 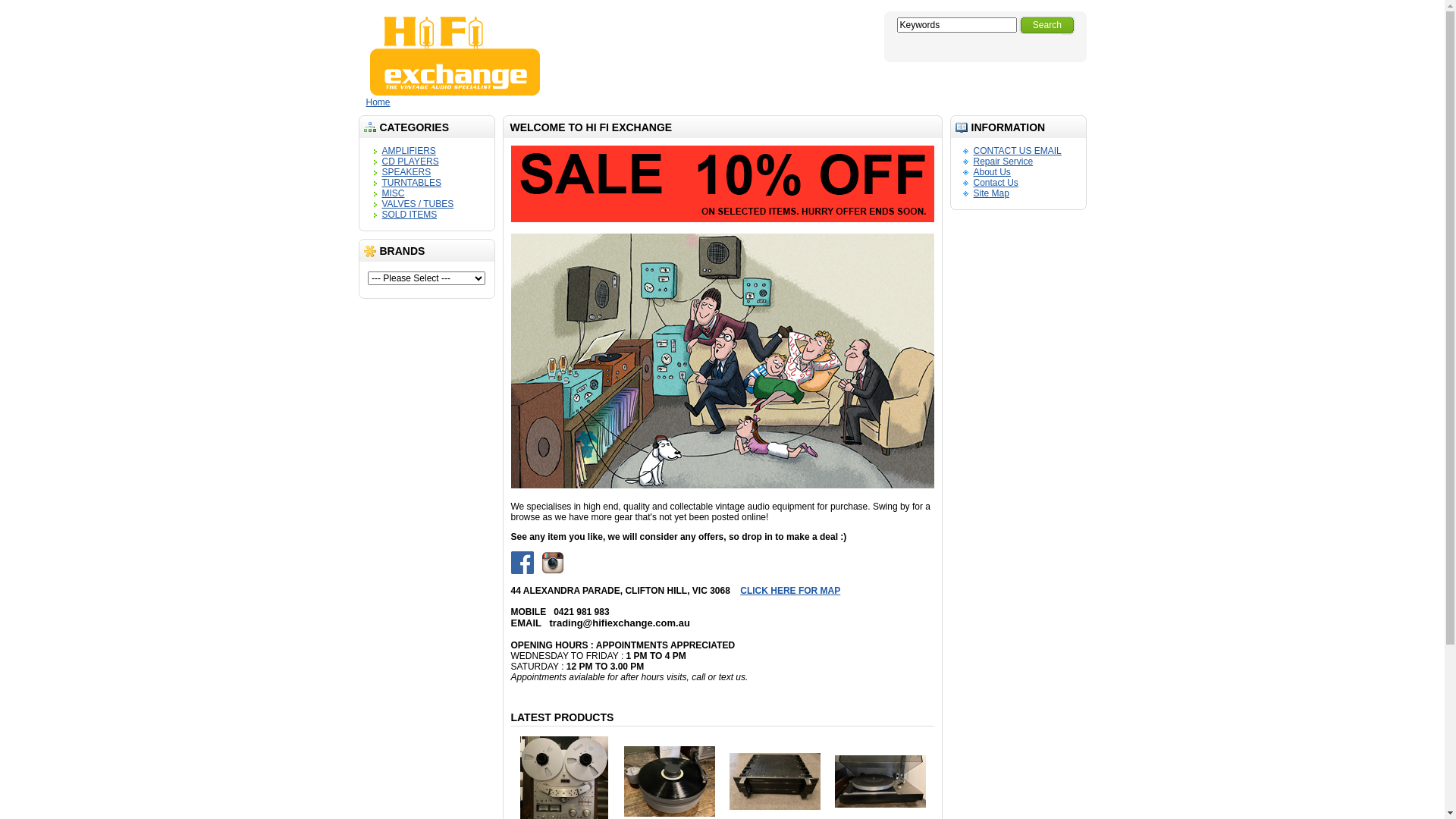 I want to click on 'Search', so click(x=1019, y=25).